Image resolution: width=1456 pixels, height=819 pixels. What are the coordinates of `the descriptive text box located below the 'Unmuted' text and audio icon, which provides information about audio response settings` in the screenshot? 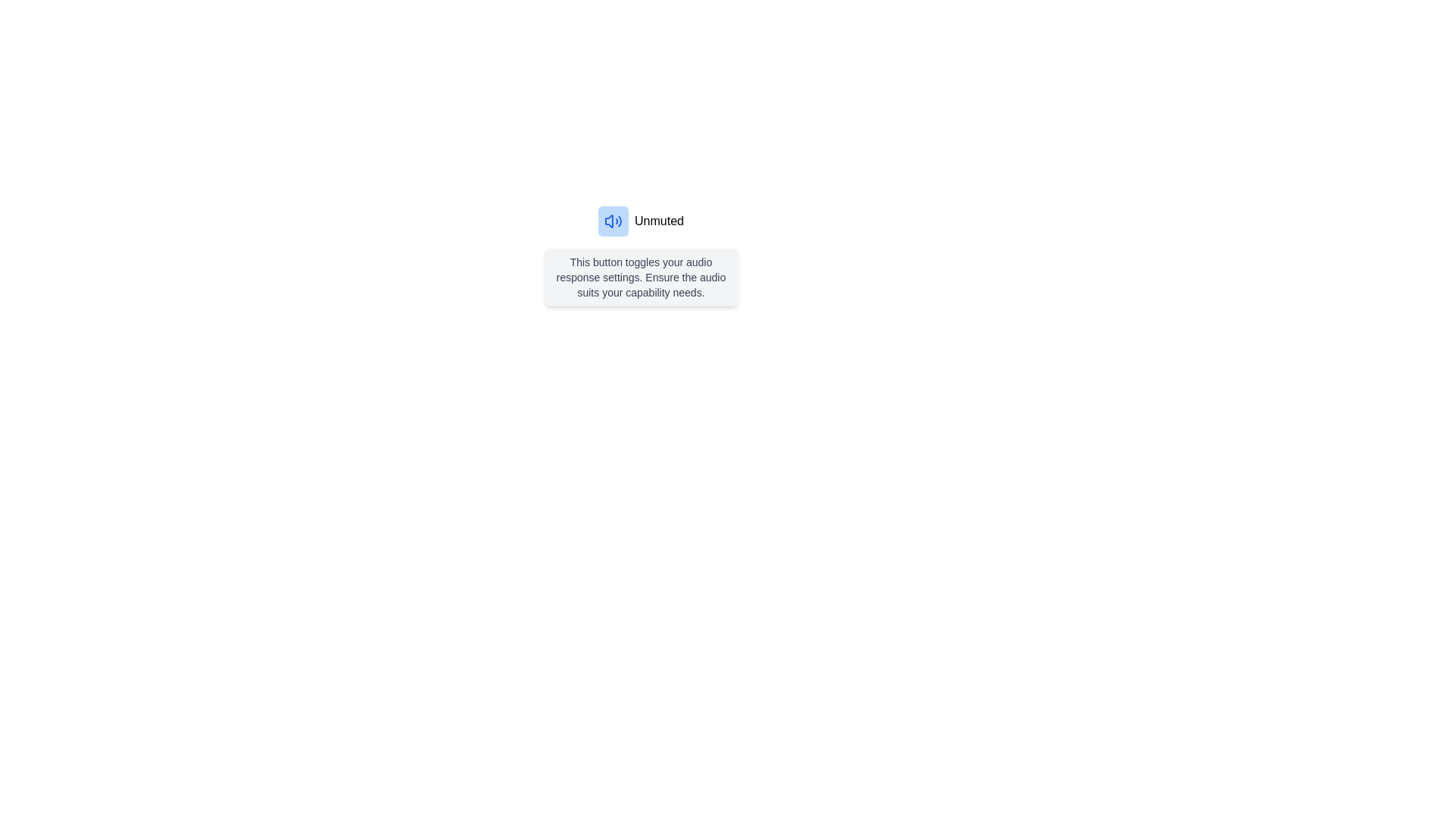 It's located at (641, 278).